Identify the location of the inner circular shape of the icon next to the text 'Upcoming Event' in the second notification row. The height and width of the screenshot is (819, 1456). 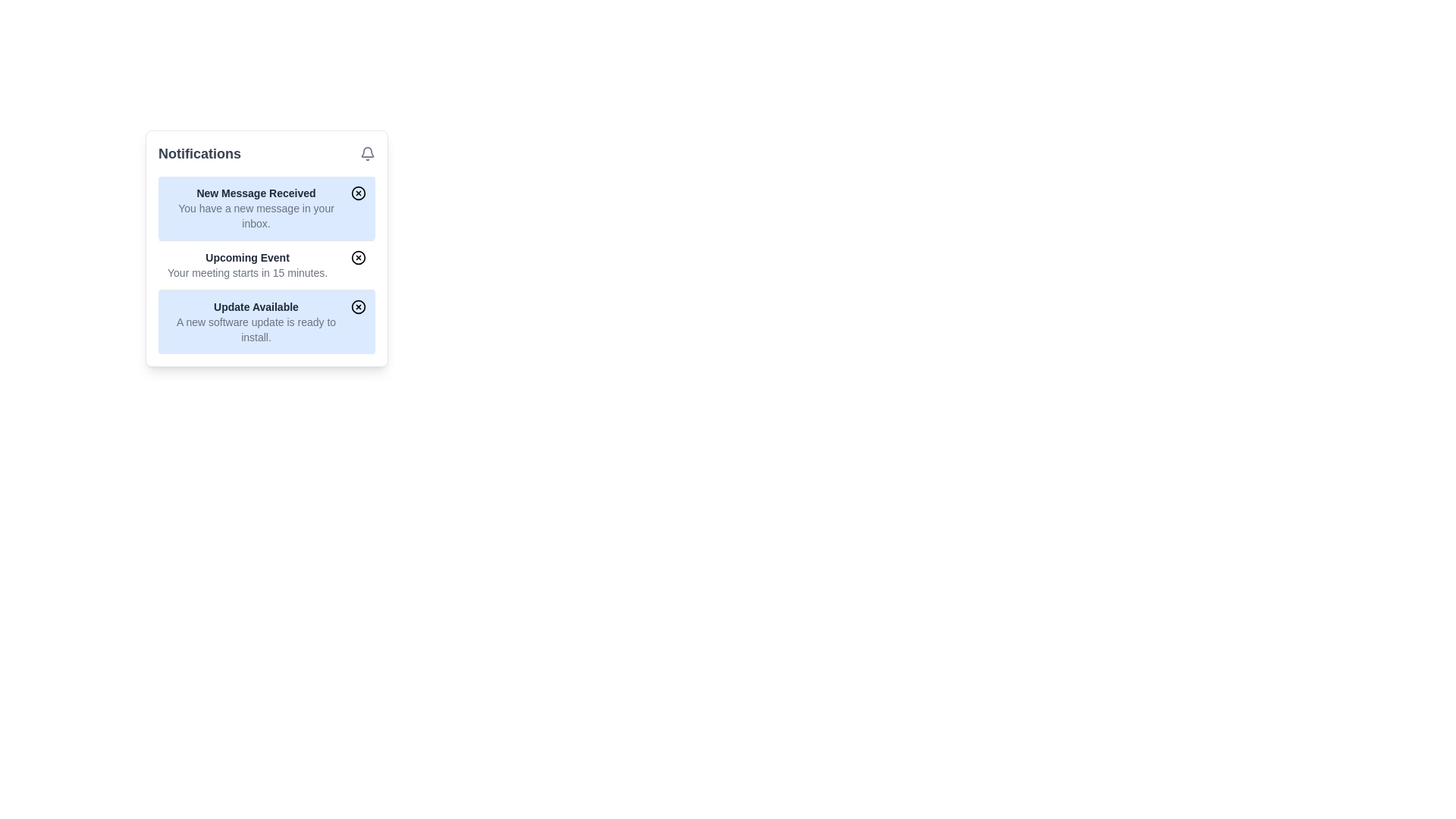
(358, 256).